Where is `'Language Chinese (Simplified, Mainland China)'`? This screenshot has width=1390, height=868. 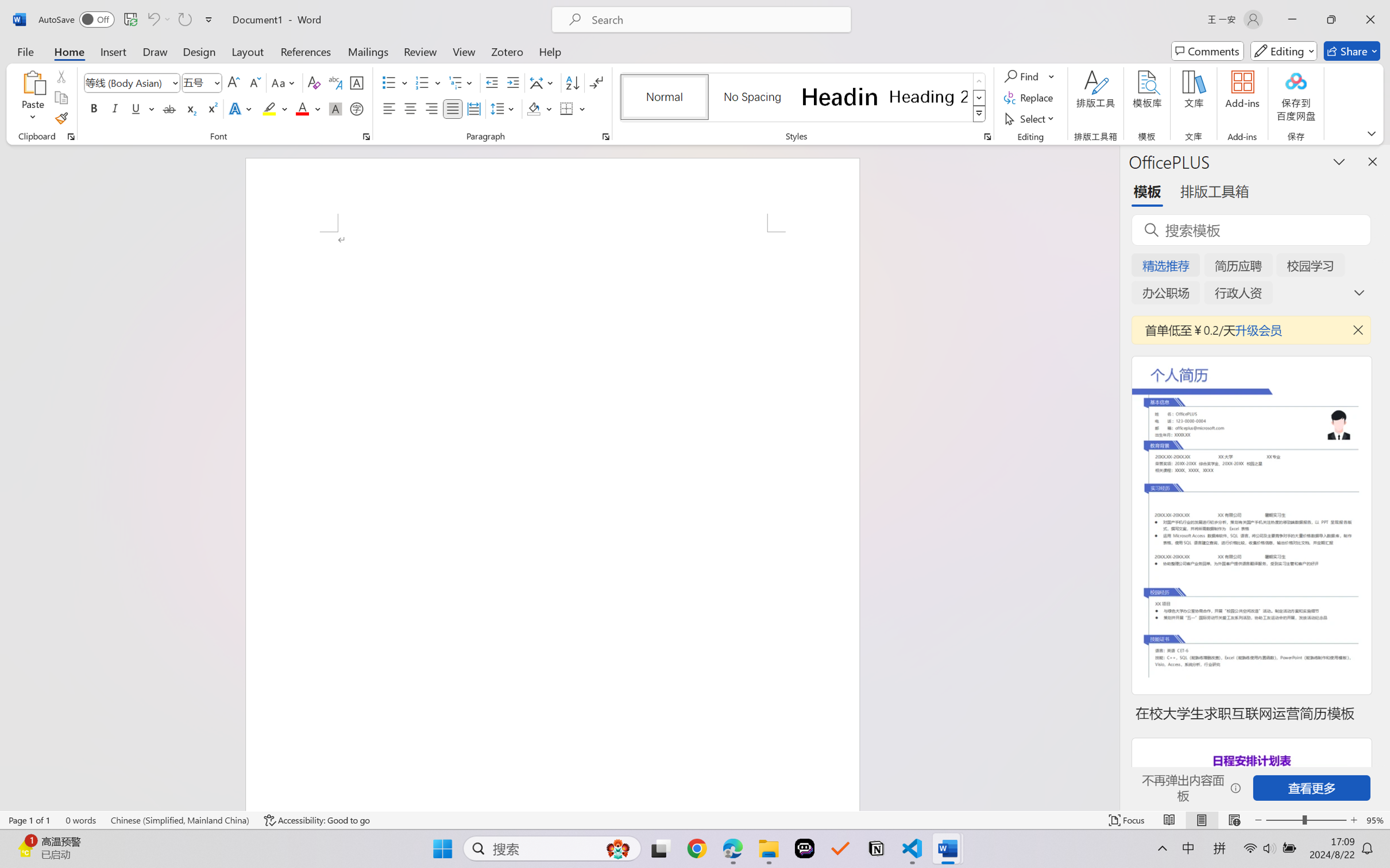 'Language Chinese (Simplified, Mainland China)' is located at coordinates (180, 820).